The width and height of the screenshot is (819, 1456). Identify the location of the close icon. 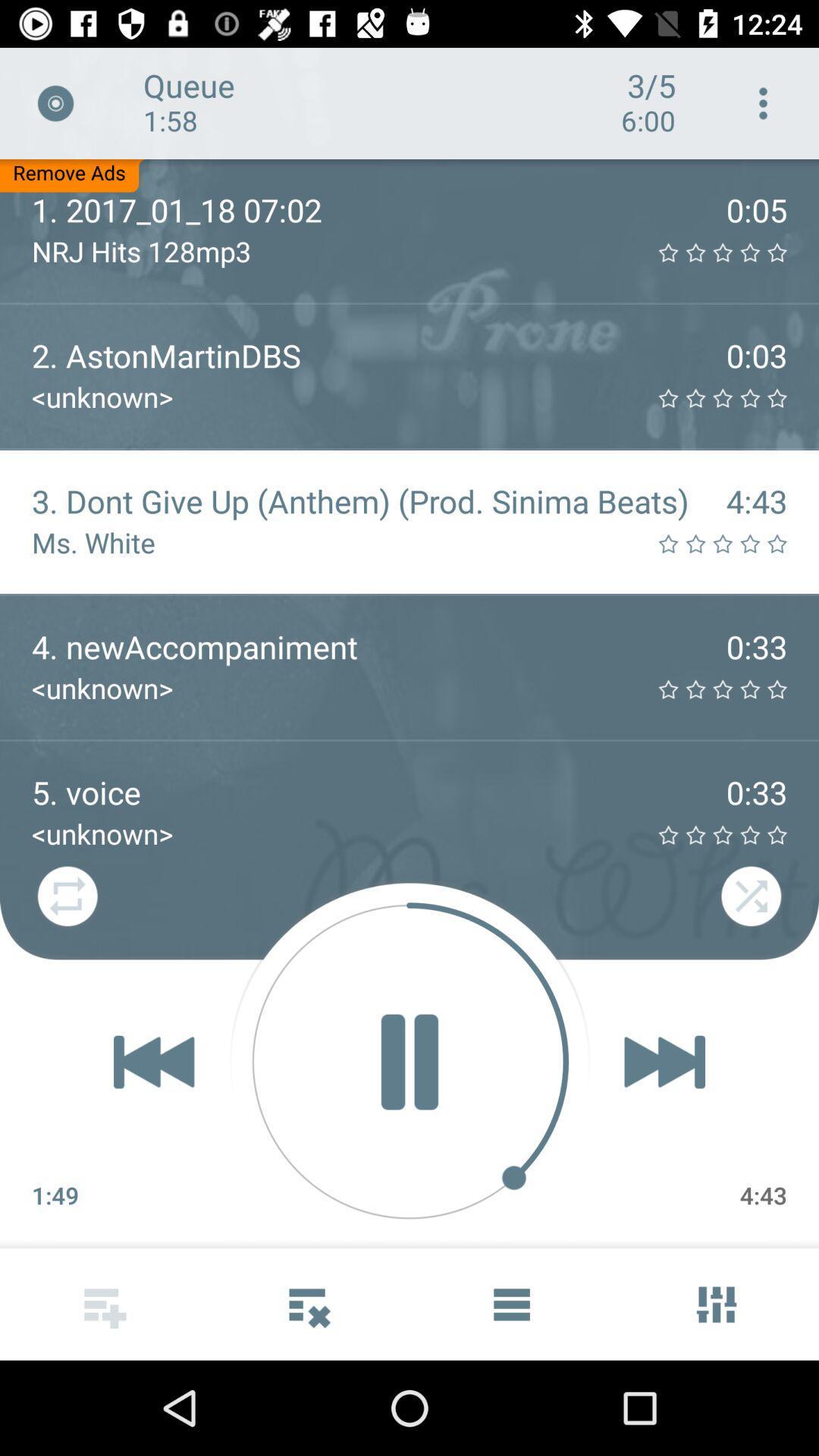
(55, 102).